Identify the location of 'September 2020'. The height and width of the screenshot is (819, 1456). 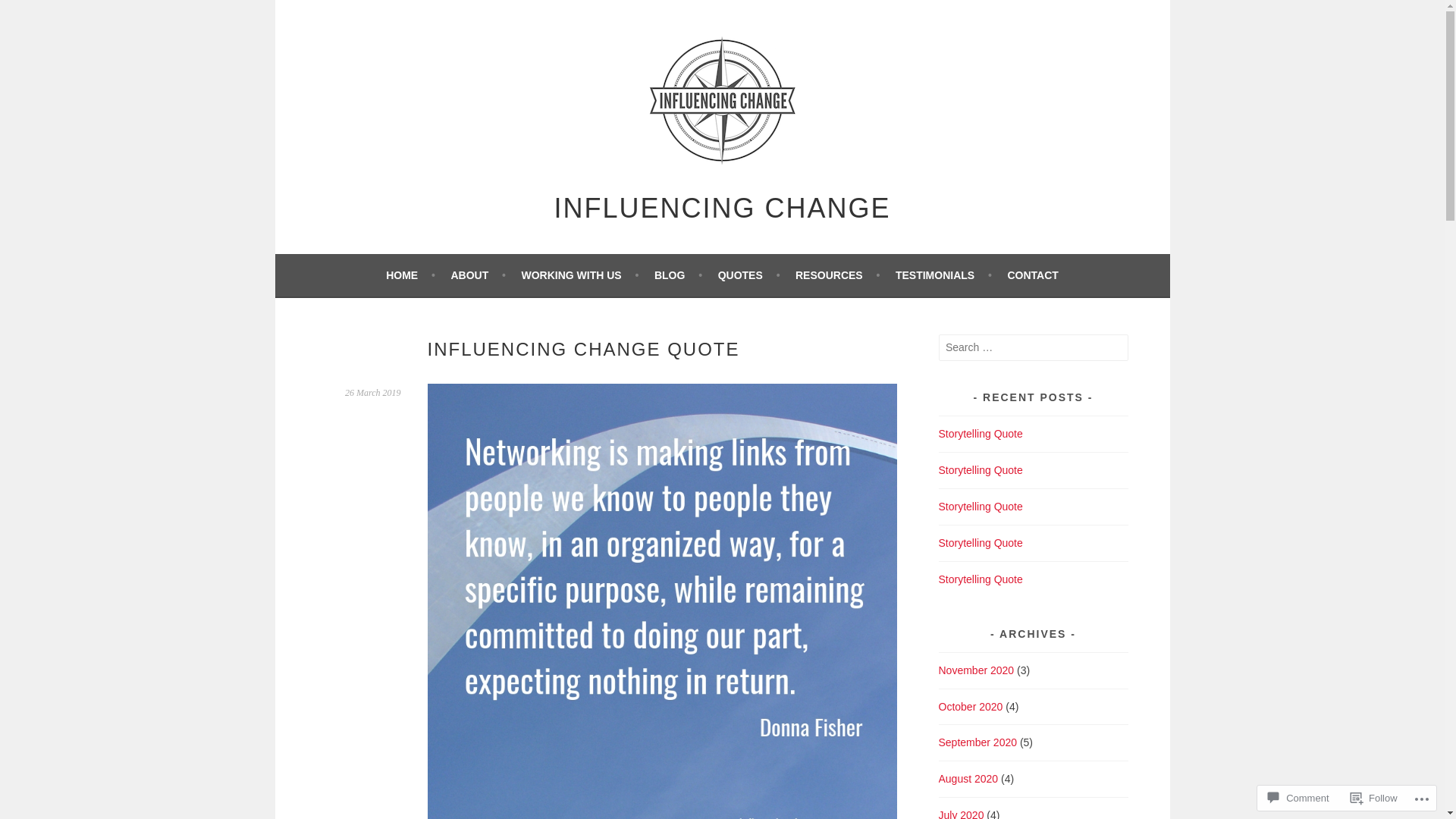
(978, 742).